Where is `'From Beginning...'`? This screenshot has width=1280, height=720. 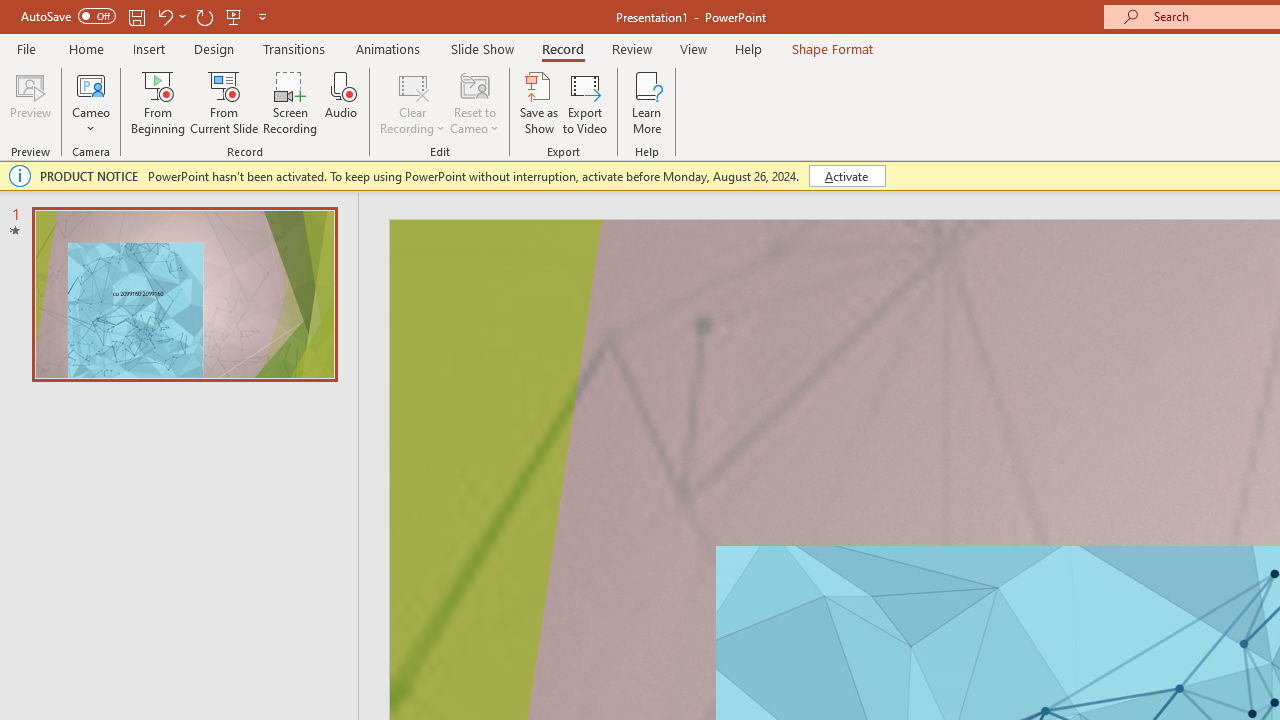 'From Beginning...' is located at coordinates (157, 103).